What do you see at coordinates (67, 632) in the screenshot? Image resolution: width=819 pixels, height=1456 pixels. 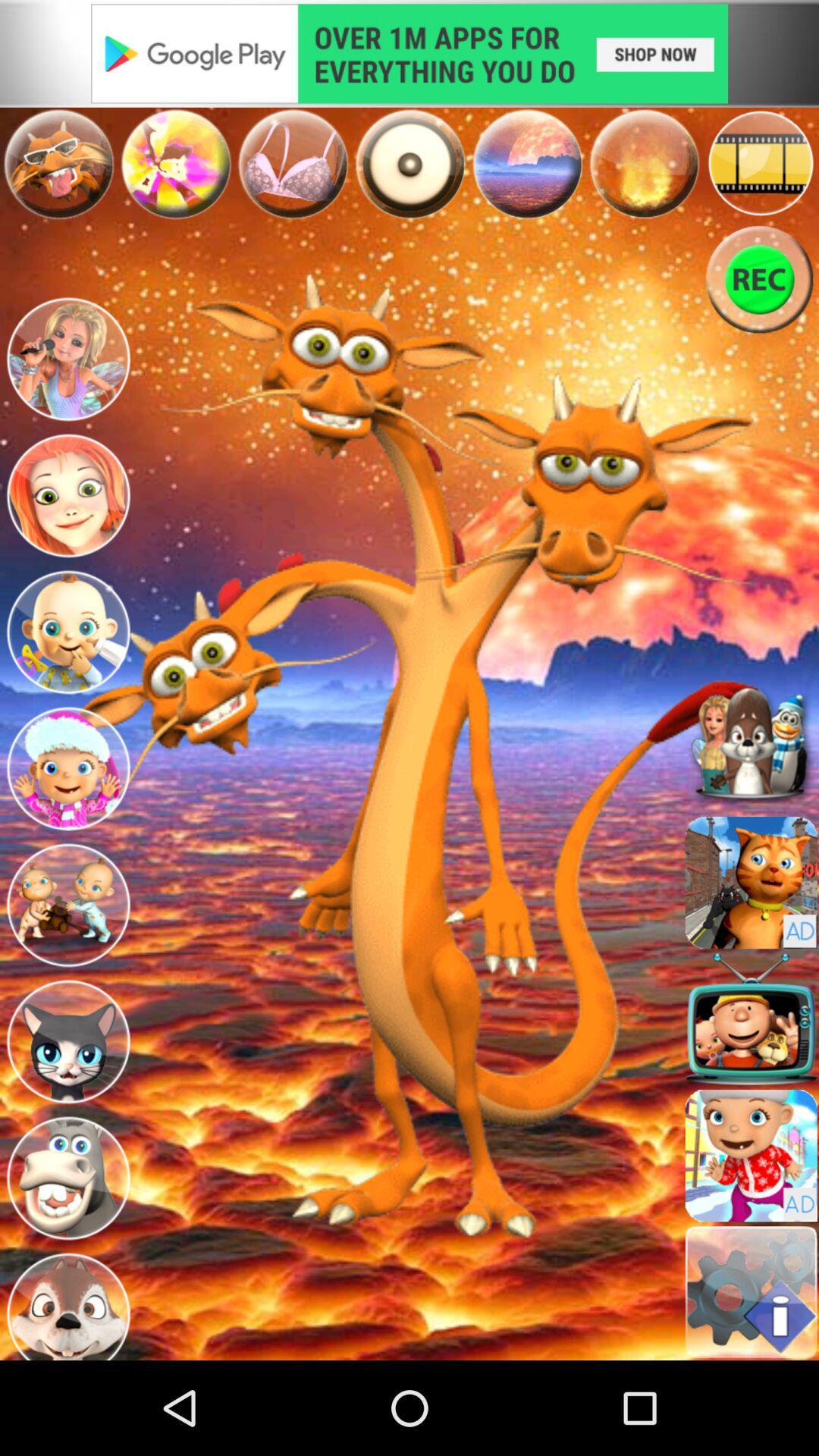 I see `choose your avatar` at bounding box center [67, 632].